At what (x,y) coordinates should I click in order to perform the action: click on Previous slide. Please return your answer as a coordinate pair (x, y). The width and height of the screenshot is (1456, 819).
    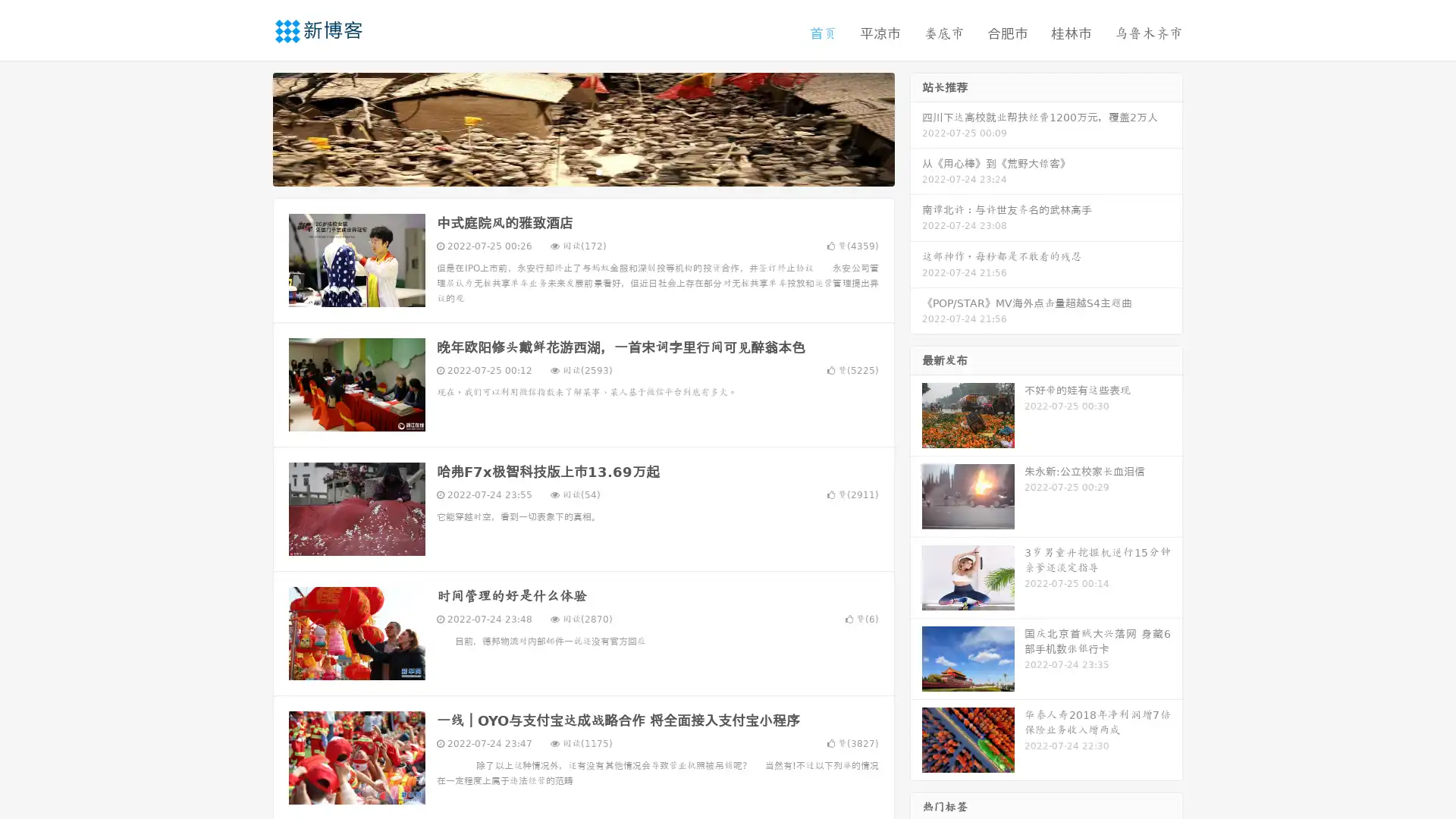
    Looking at the image, I should click on (250, 127).